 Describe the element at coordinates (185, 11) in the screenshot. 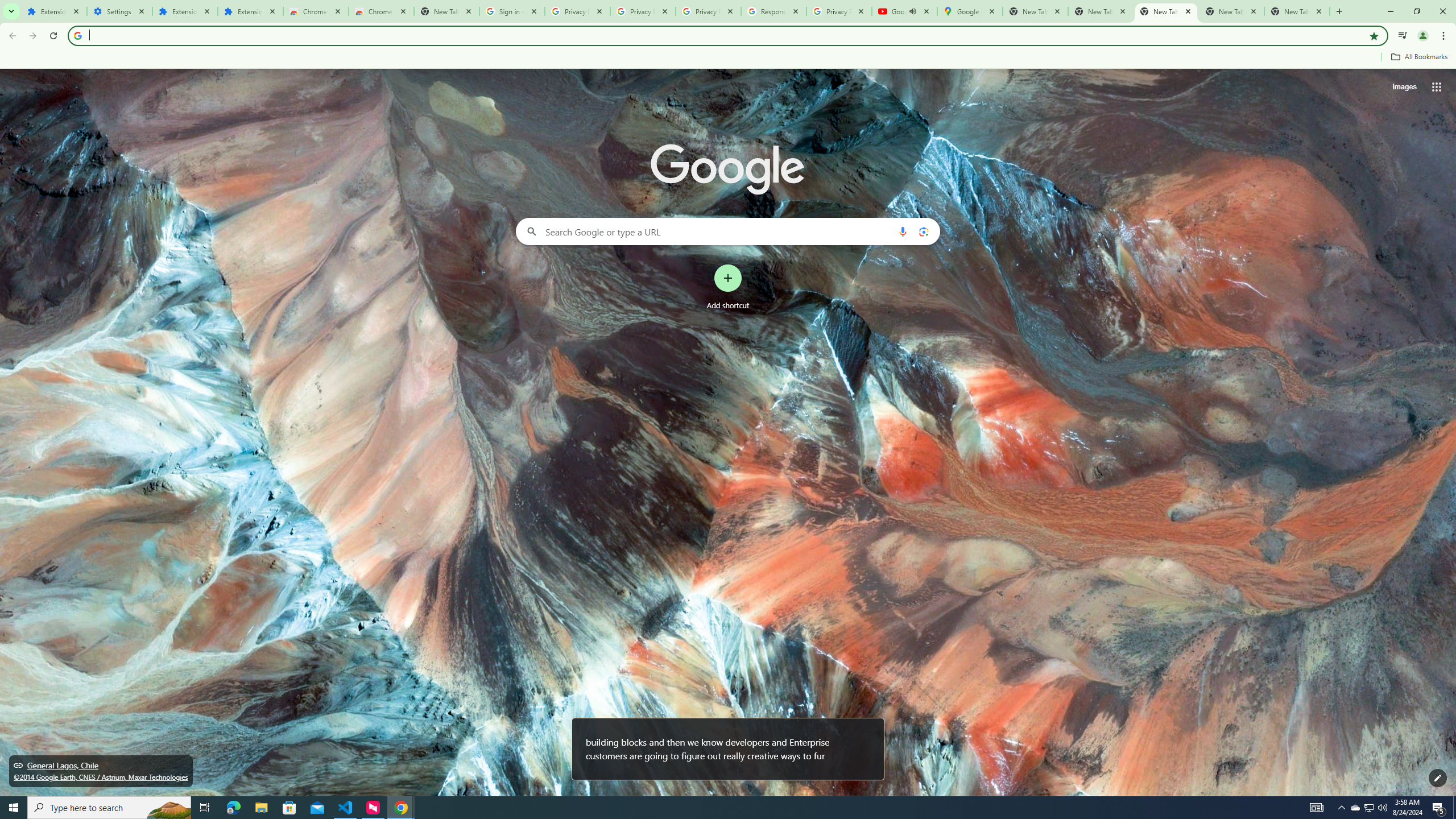

I see `'Extensions'` at that location.